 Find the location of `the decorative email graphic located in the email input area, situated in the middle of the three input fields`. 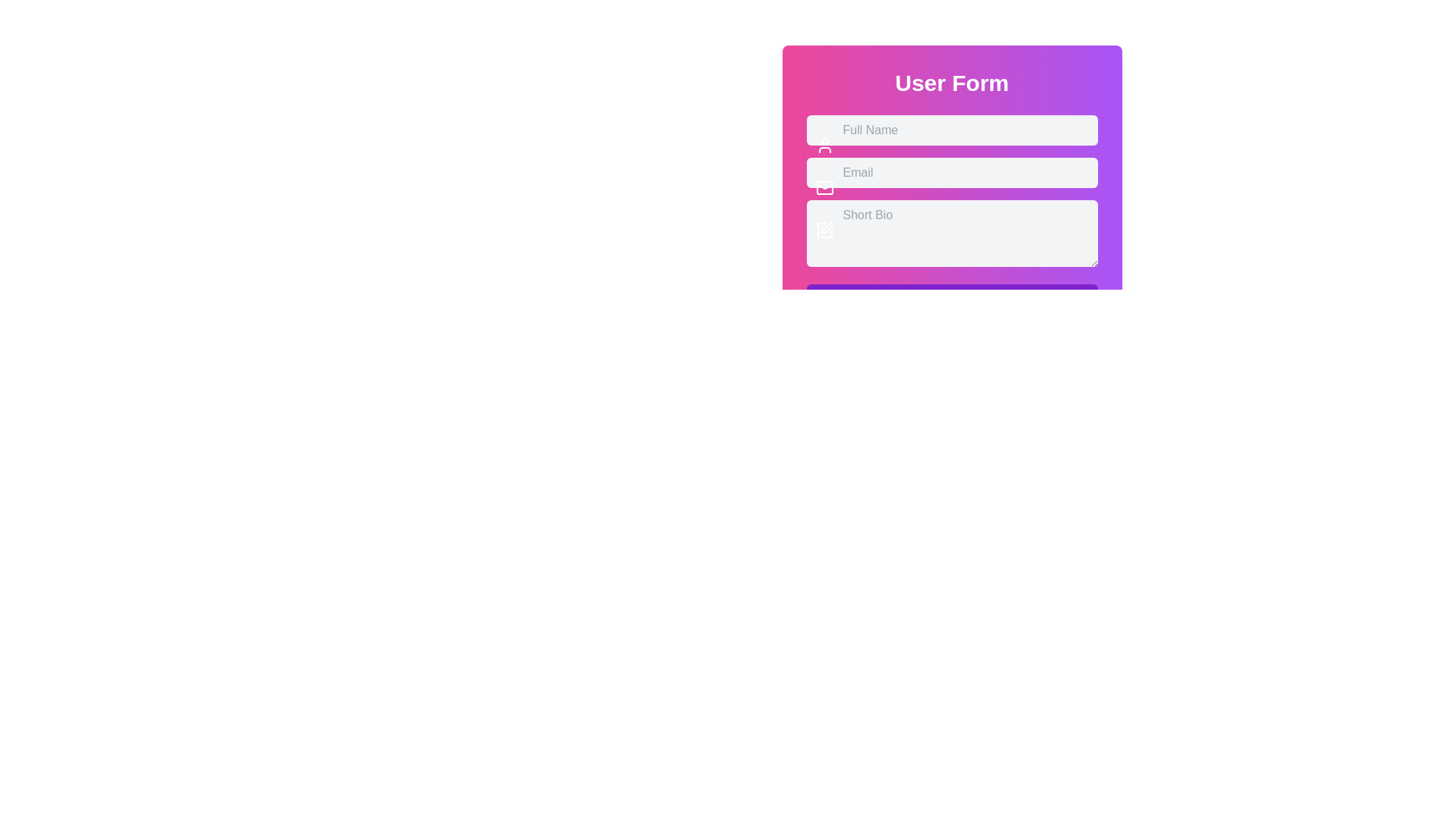

the decorative email graphic located in the email input area, situated in the middle of the three input fields is located at coordinates (824, 186).